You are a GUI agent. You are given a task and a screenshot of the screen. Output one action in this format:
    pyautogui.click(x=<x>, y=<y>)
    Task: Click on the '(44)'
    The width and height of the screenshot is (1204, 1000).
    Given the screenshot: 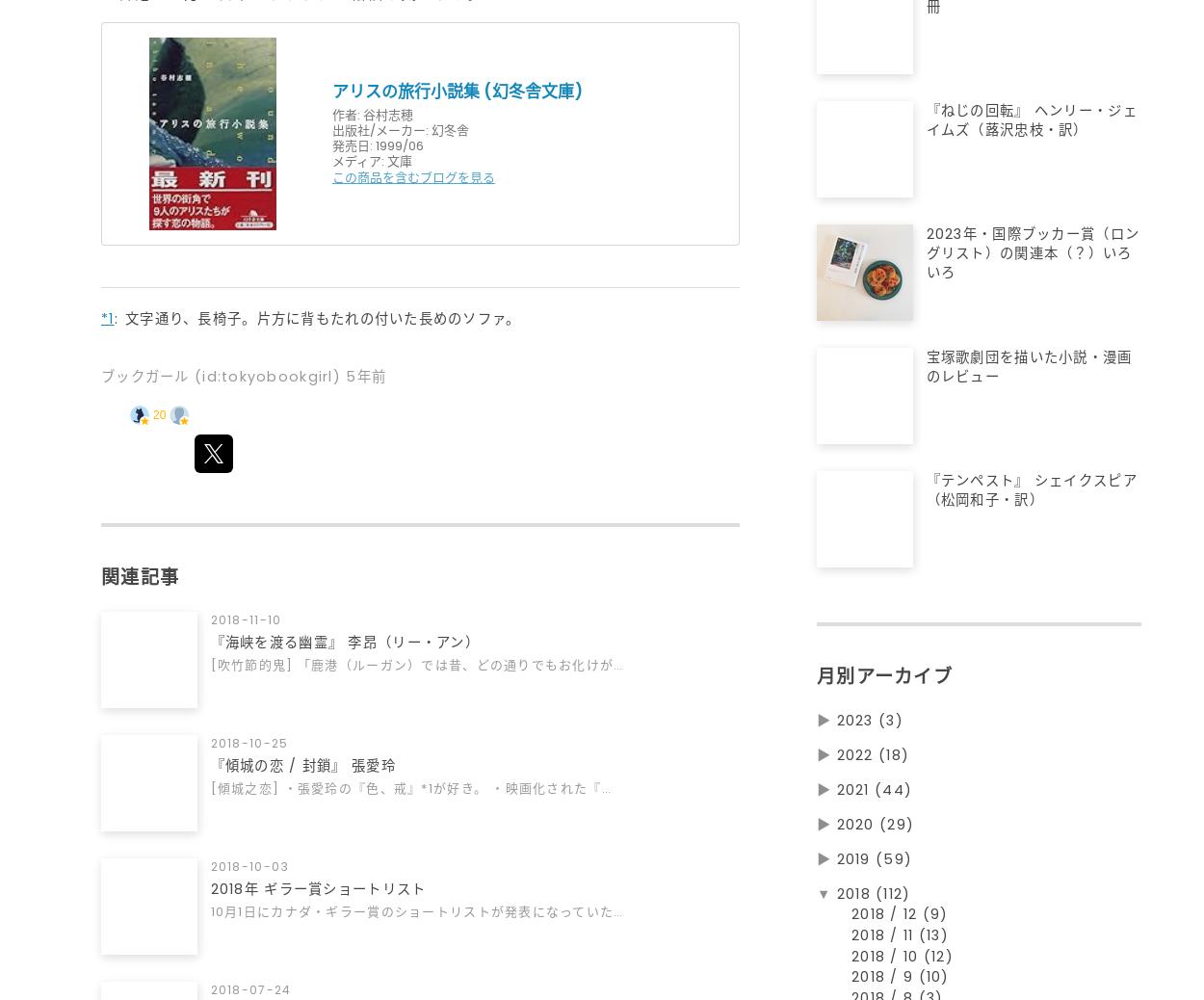 What is the action you would take?
    pyautogui.click(x=893, y=798)
    